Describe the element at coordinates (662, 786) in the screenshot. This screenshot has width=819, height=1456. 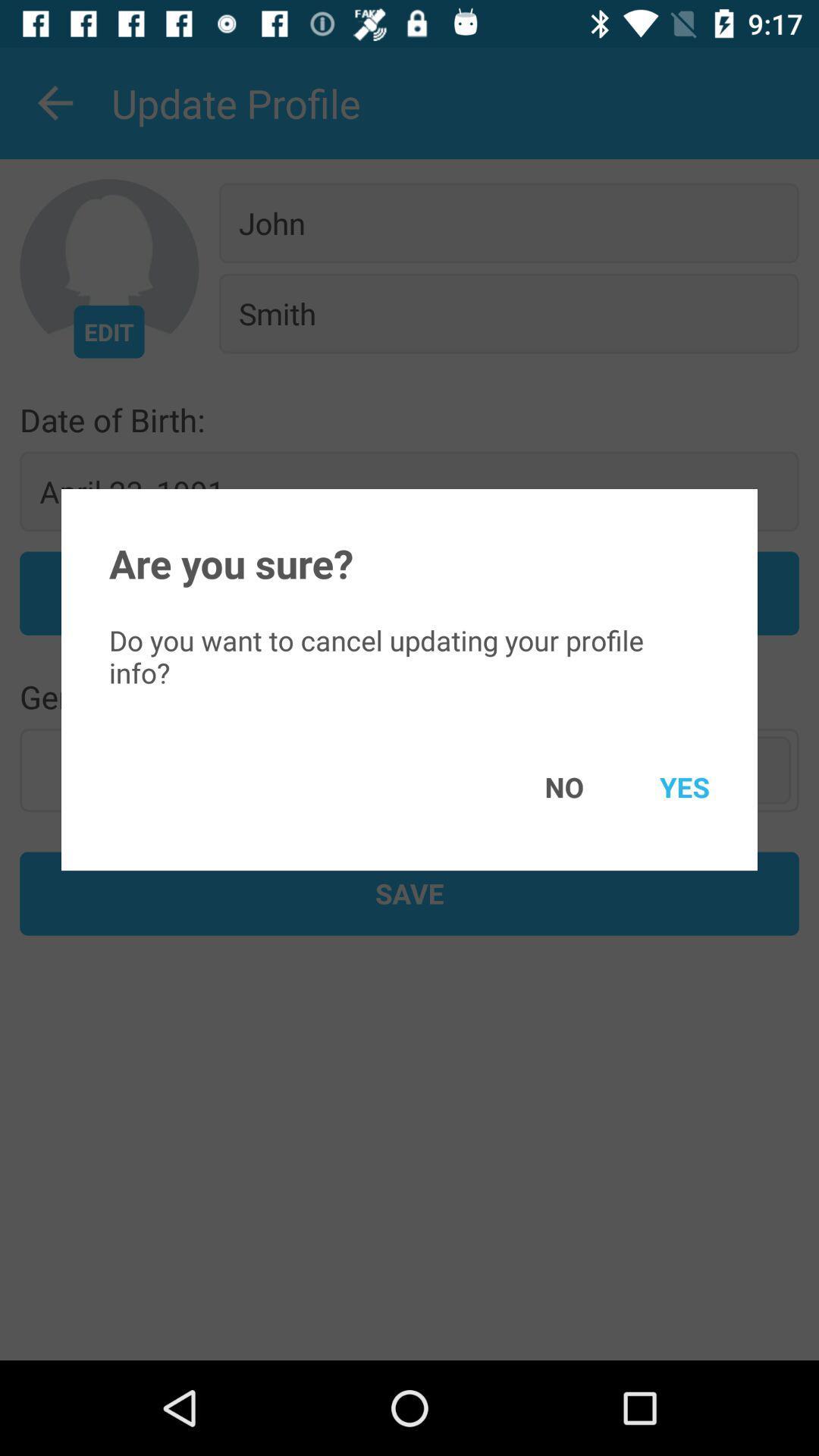
I see `the icon on the right` at that location.